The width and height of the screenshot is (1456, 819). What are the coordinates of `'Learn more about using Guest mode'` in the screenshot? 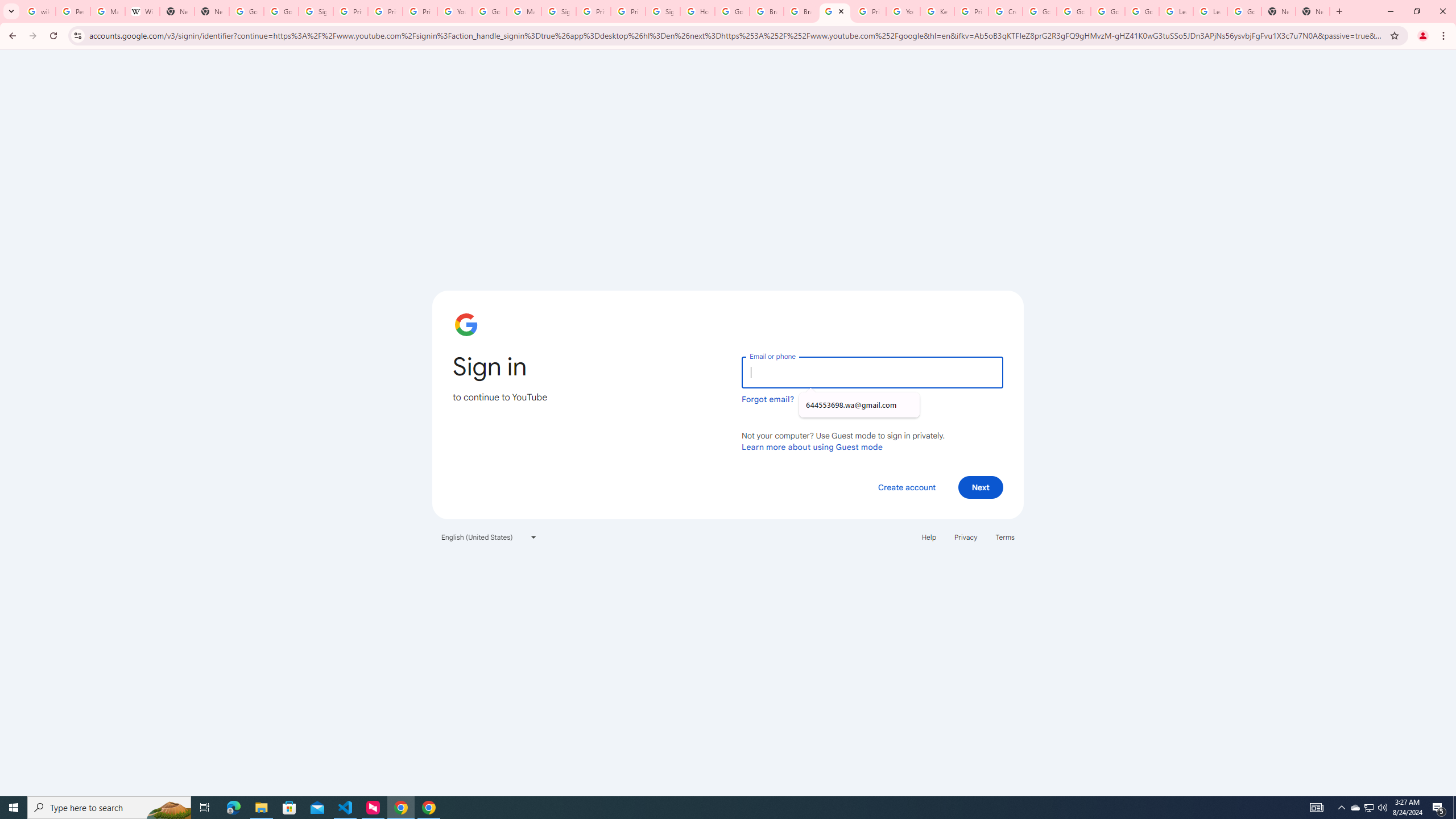 It's located at (812, 446).